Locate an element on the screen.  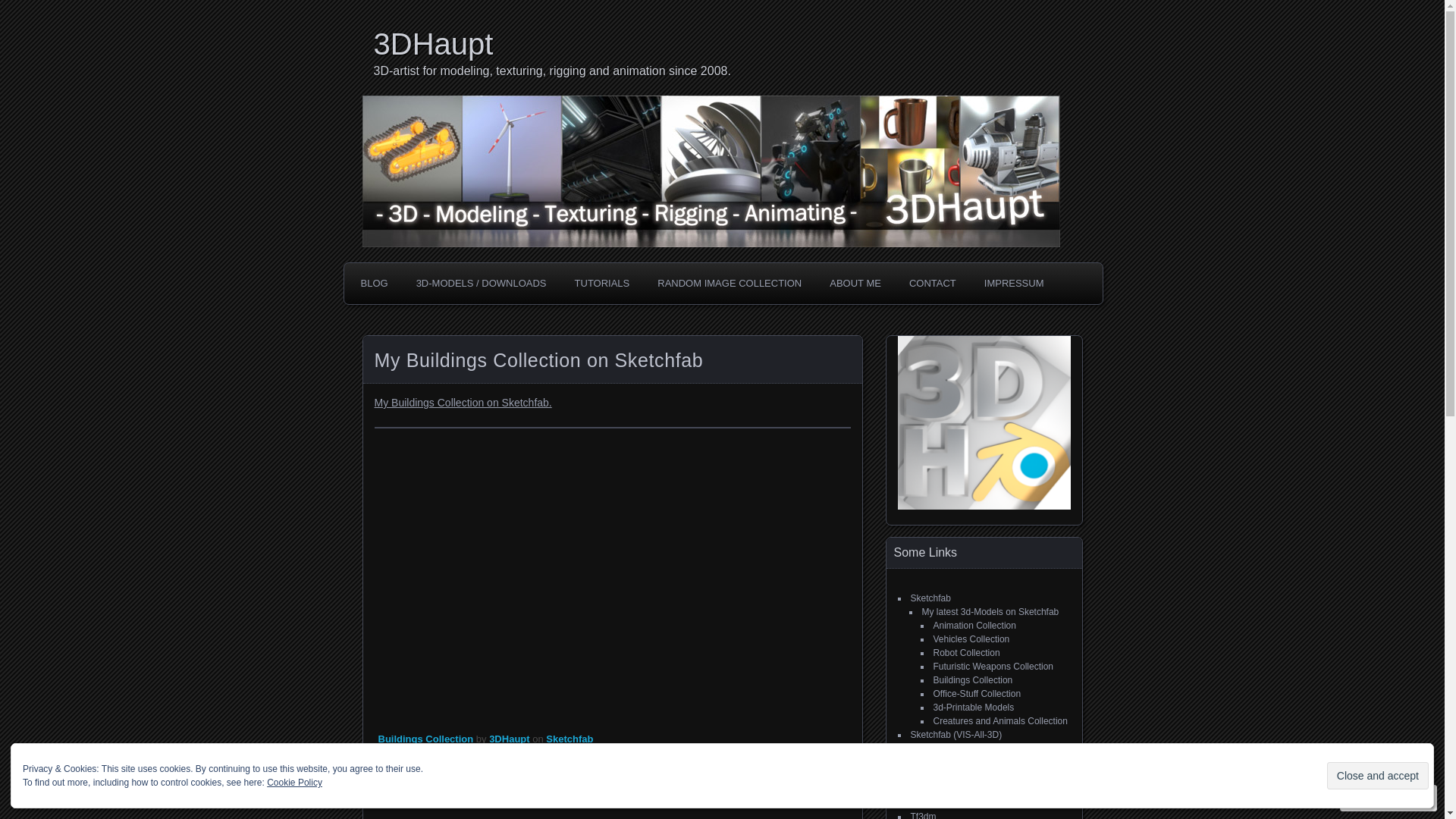
'Sketchfab' is located at coordinates (929, 598).